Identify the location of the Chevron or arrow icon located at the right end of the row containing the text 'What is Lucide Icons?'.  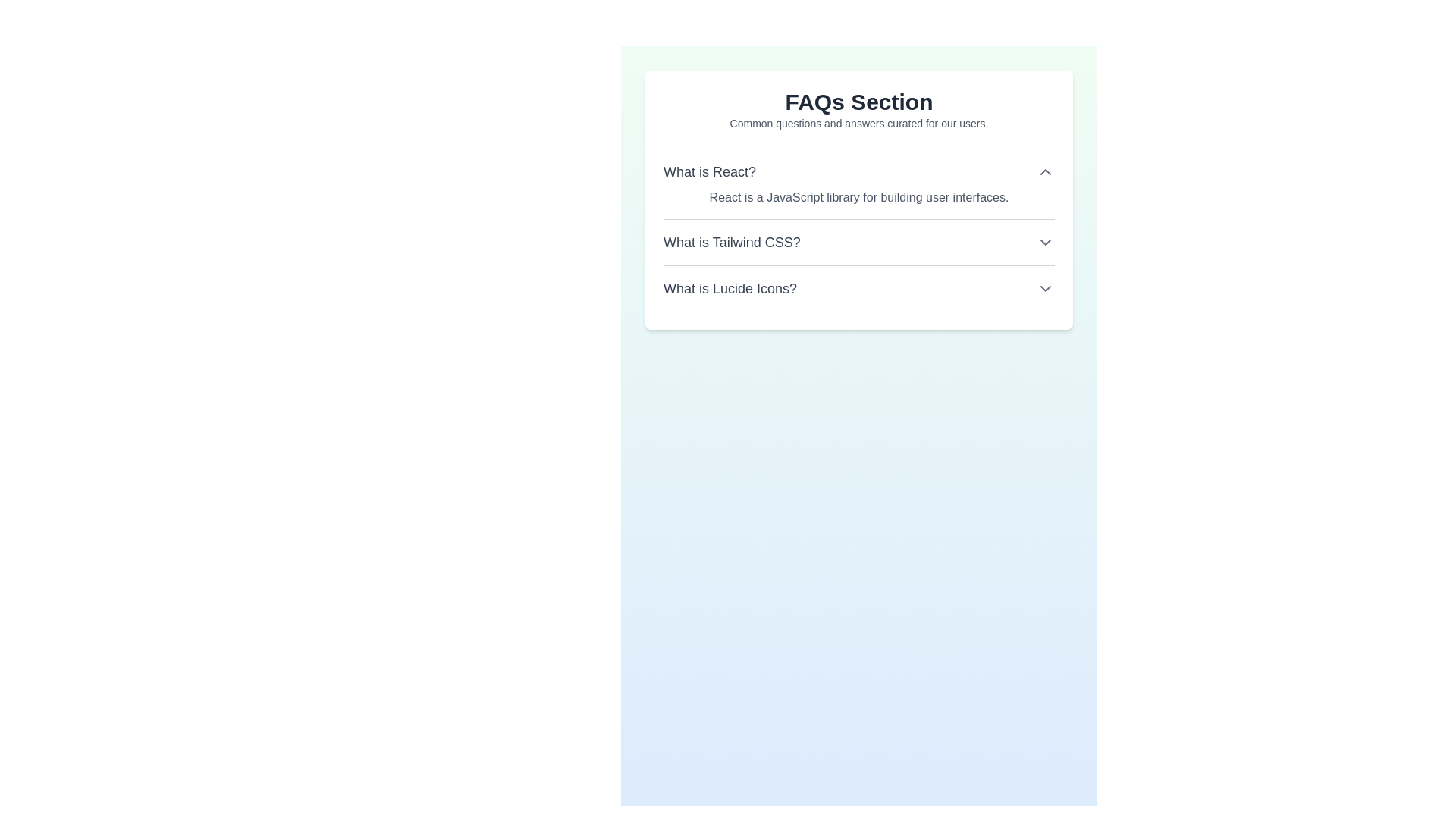
(1044, 289).